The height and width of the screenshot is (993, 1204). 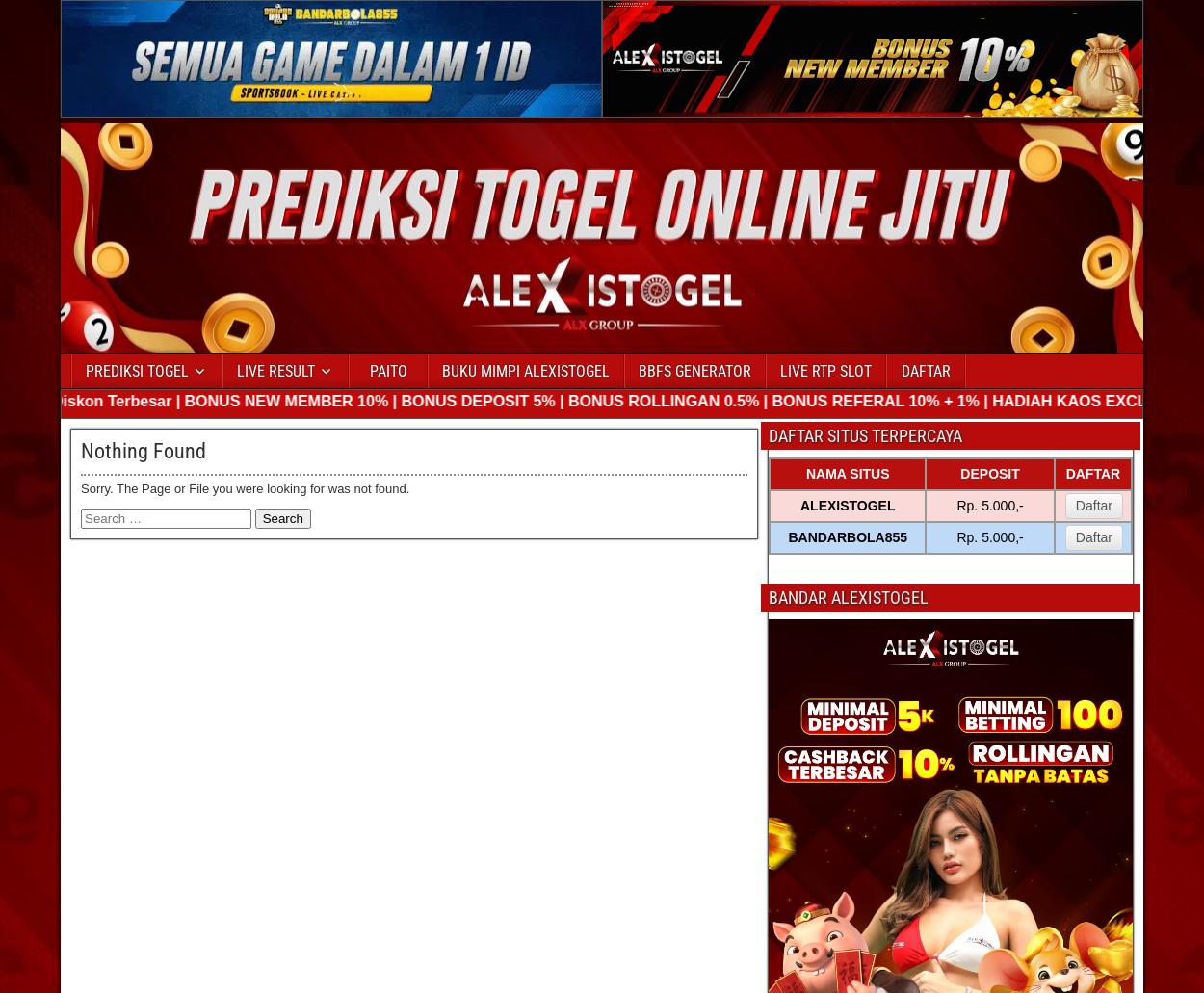 What do you see at coordinates (849, 596) in the screenshot?
I see `'BANDAR ALEXISTOGEL'` at bounding box center [849, 596].